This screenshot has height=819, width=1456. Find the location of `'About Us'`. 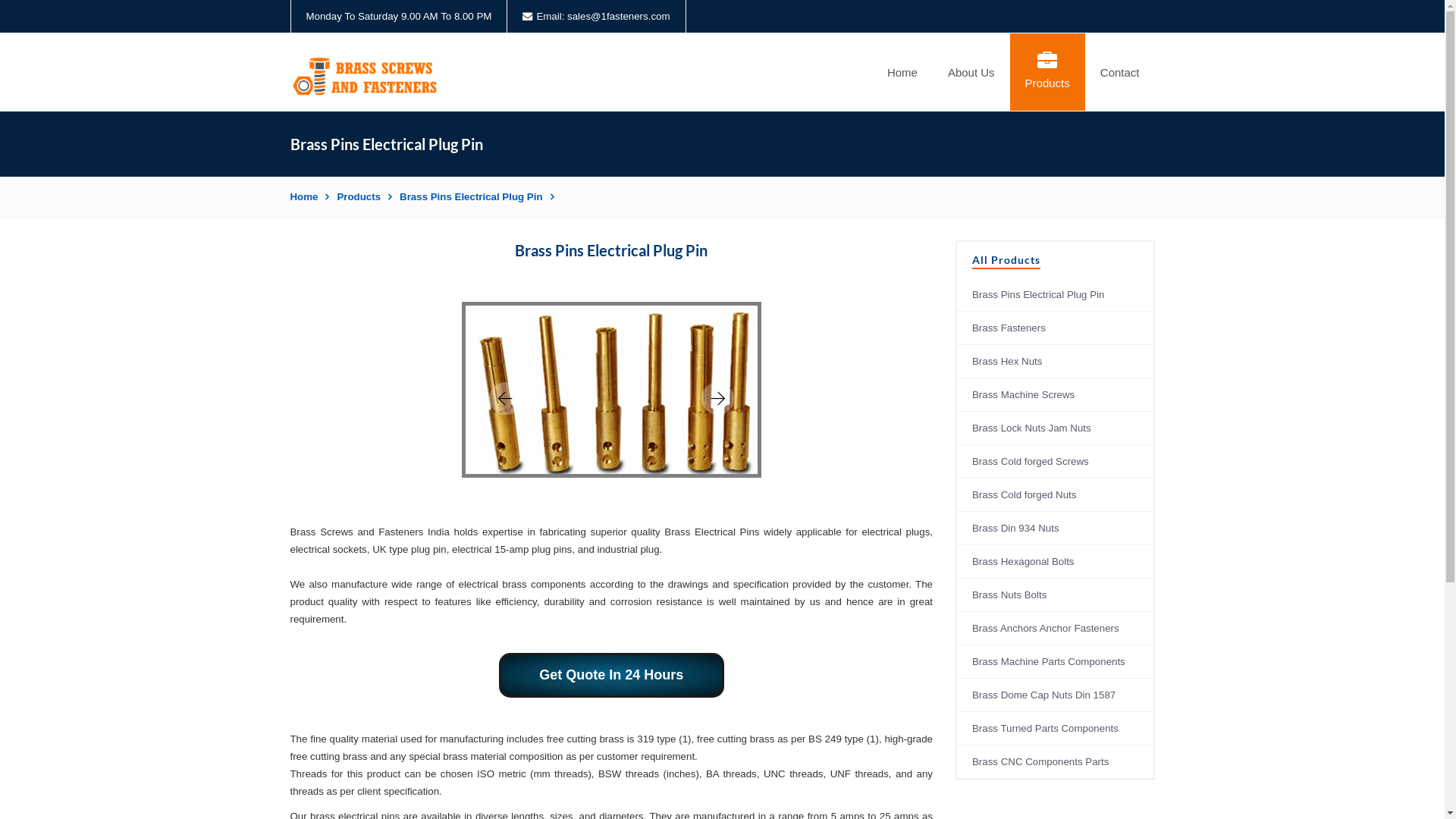

'About Us' is located at coordinates (971, 72).